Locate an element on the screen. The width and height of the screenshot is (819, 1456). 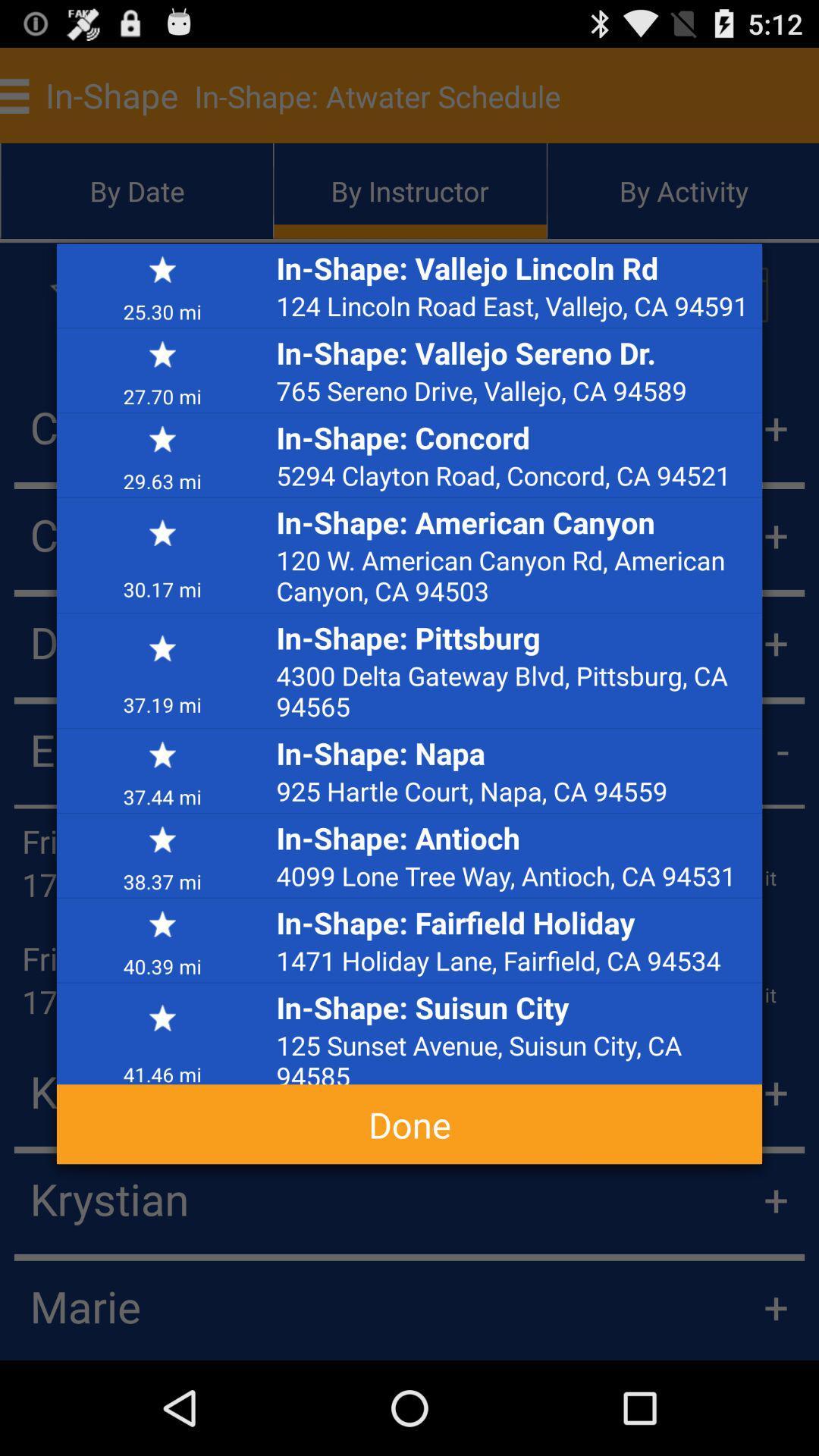
the app below in shape vallejo item is located at coordinates (514, 305).